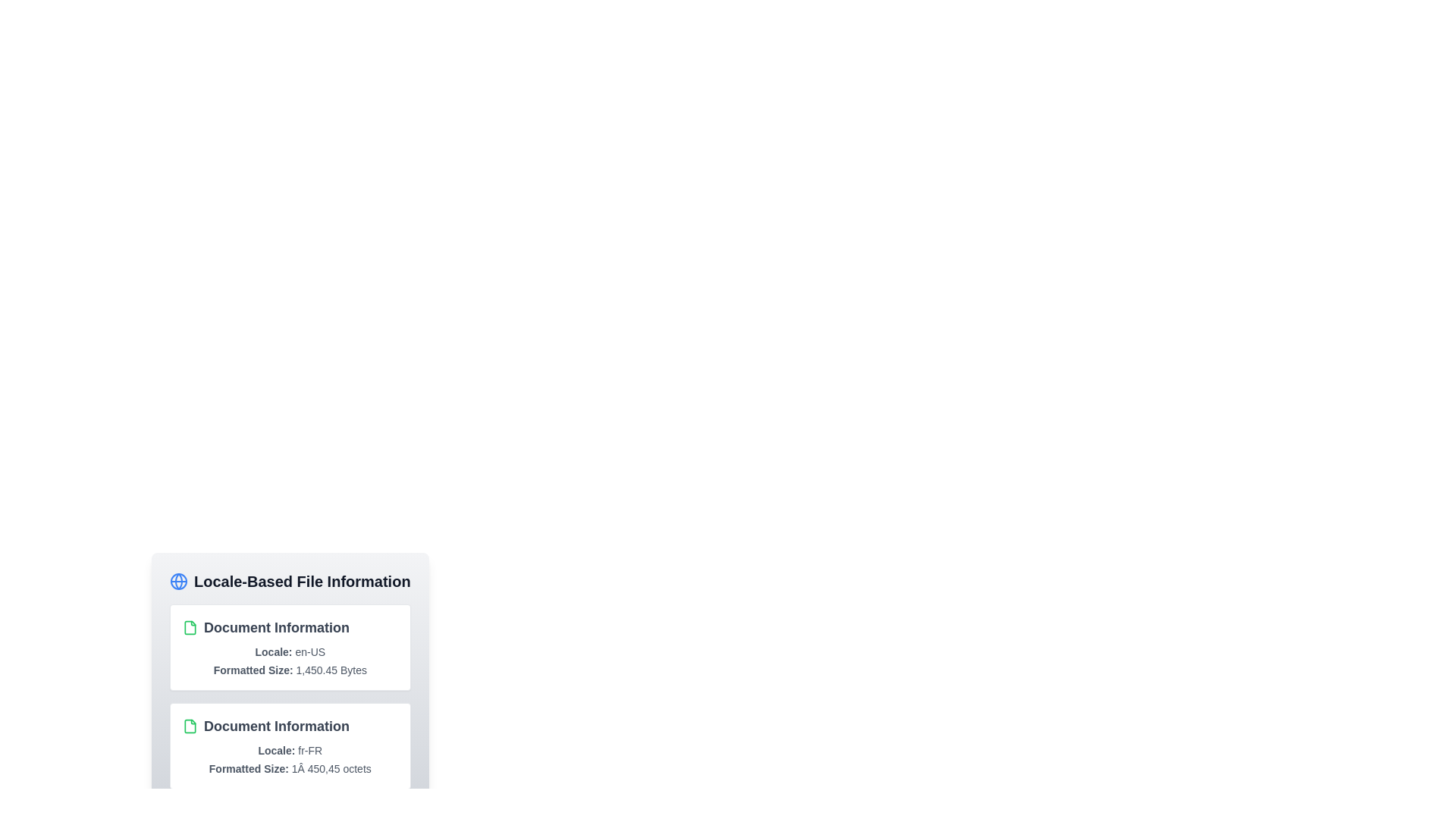 The width and height of the screenshot is (1456, 819). Describe the element at coordinates (249, 769) in the screenshot. I see `text from the 'Formatted Size:' label located in the 'Document Information' section of the 'Locale-Based File Information' panel, which is displayed in light gray color` at that location.